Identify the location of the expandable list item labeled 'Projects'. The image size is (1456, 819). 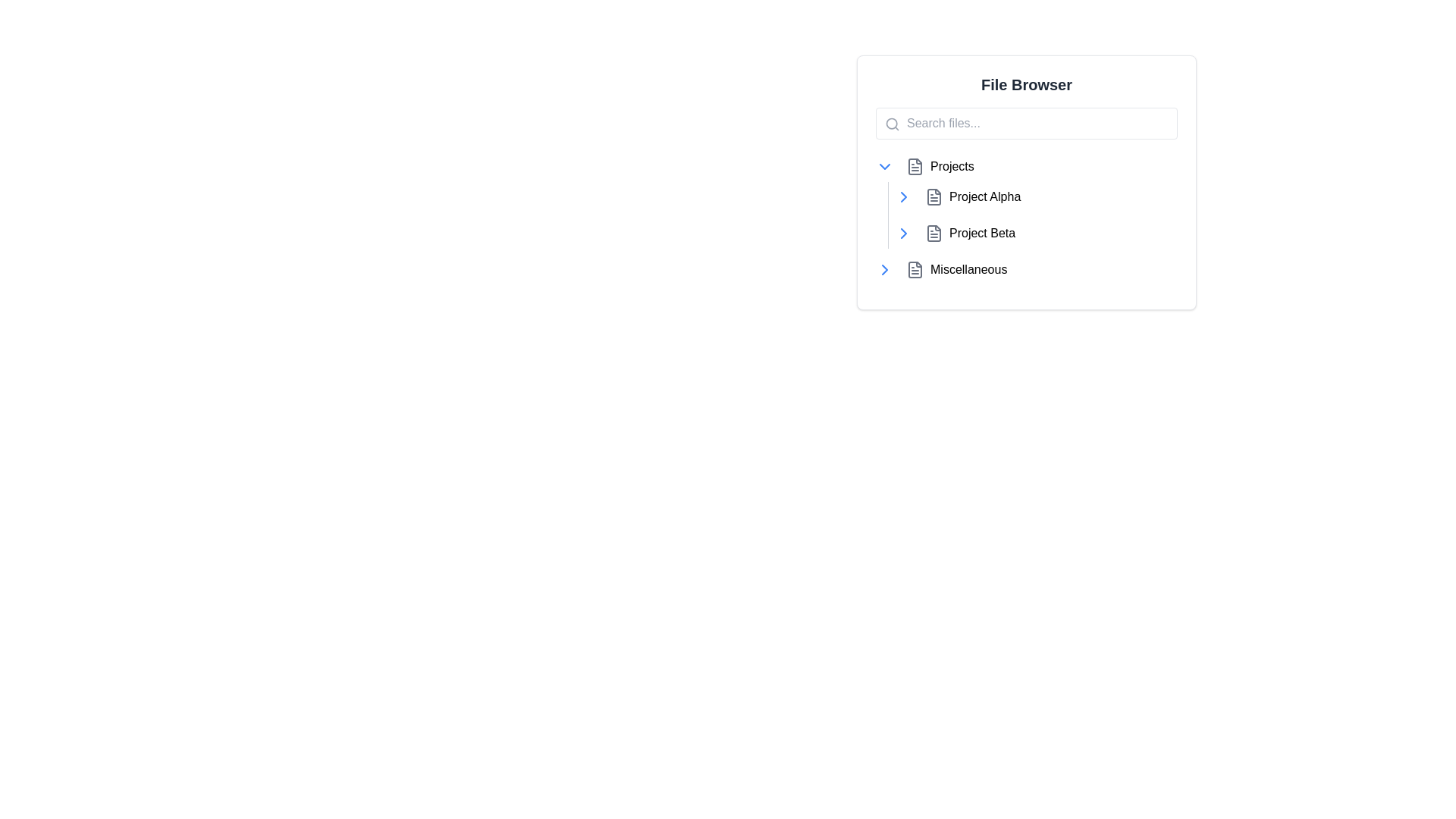
(1026, 166).